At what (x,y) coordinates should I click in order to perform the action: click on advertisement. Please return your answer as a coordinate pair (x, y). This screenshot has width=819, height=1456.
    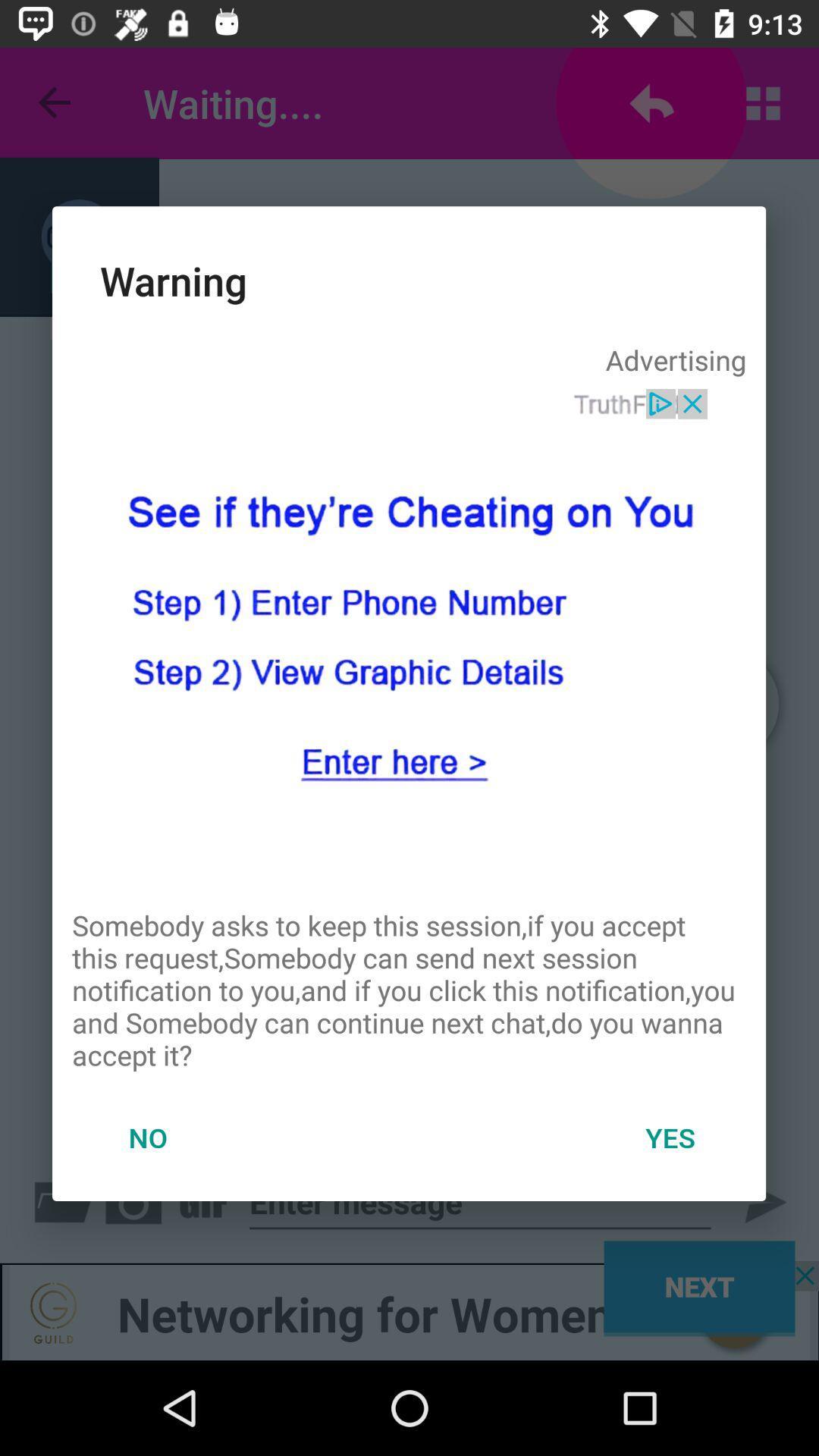
    Looking at the image, I should click on (408, 638).